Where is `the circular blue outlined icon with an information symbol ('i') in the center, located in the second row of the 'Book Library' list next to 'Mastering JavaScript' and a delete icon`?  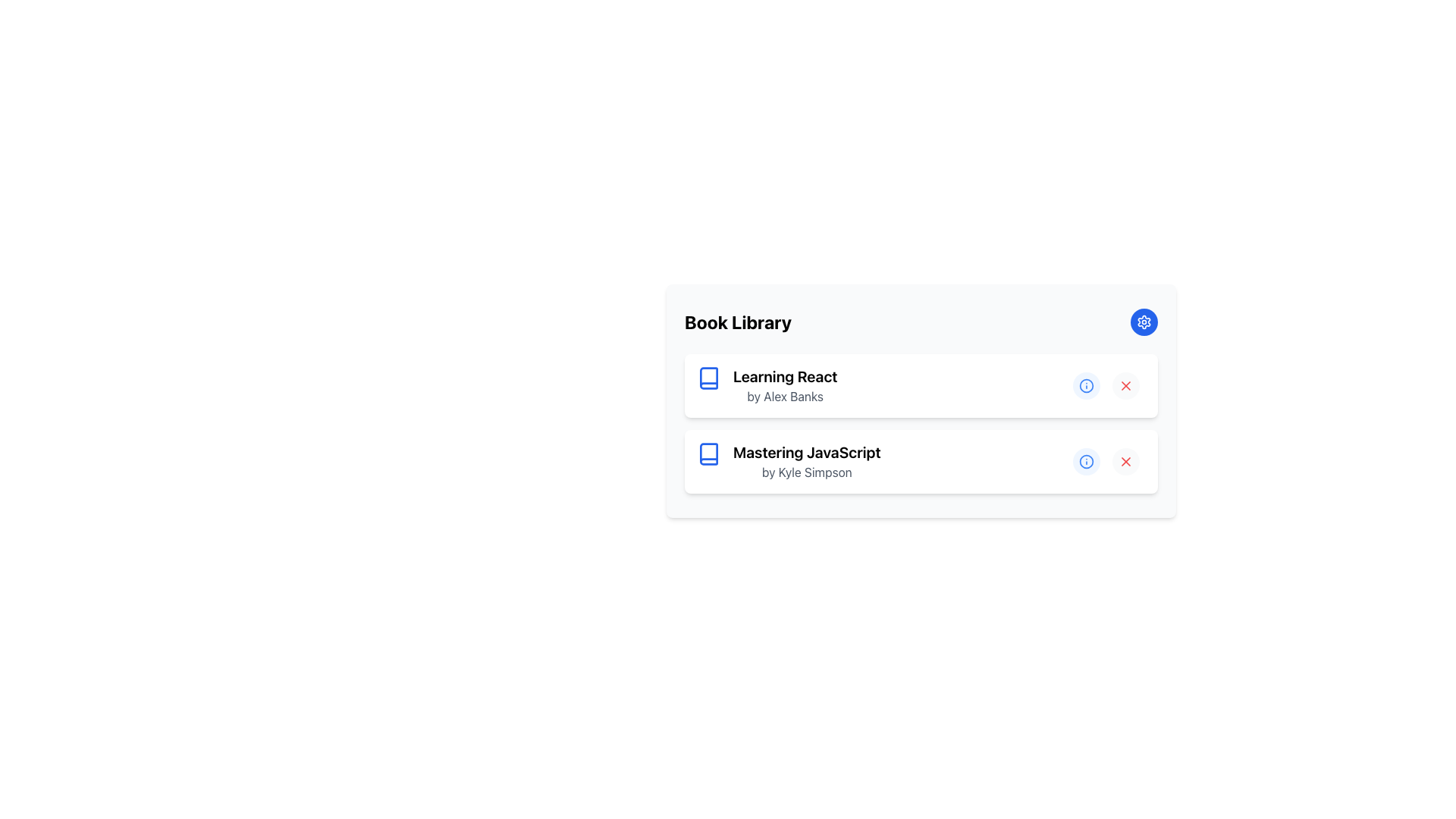 the circular blue outlined icon with an information symbol ('i') in the center, located in the second row of the 'Book Library' list next to 'Mastering JavaScript' and a delete icon is located at coordinates (1086, 385).